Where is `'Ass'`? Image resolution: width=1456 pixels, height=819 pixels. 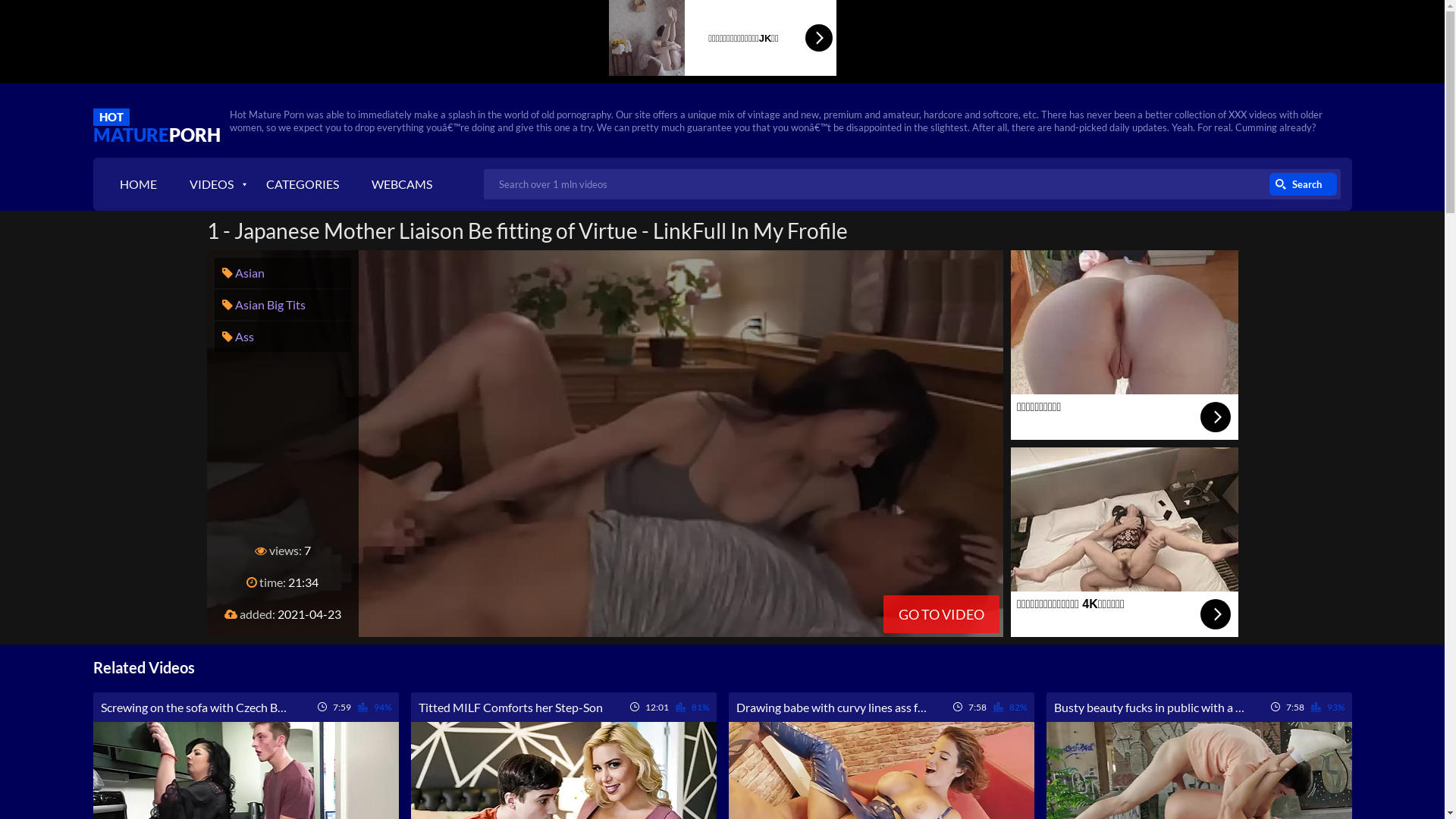
'Ass' is located at coordinates (236, 335).